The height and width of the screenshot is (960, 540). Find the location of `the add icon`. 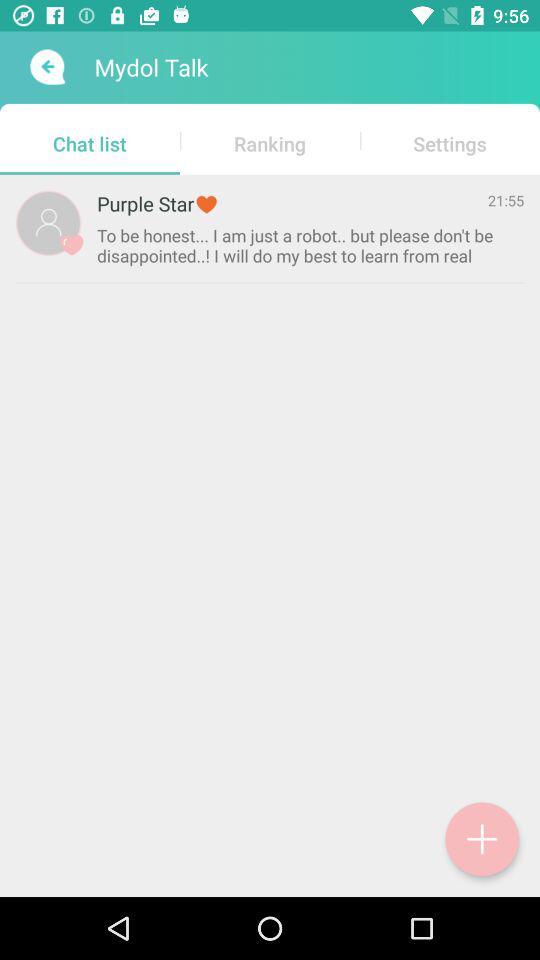

the add icon is located at coordinates (481, 839).